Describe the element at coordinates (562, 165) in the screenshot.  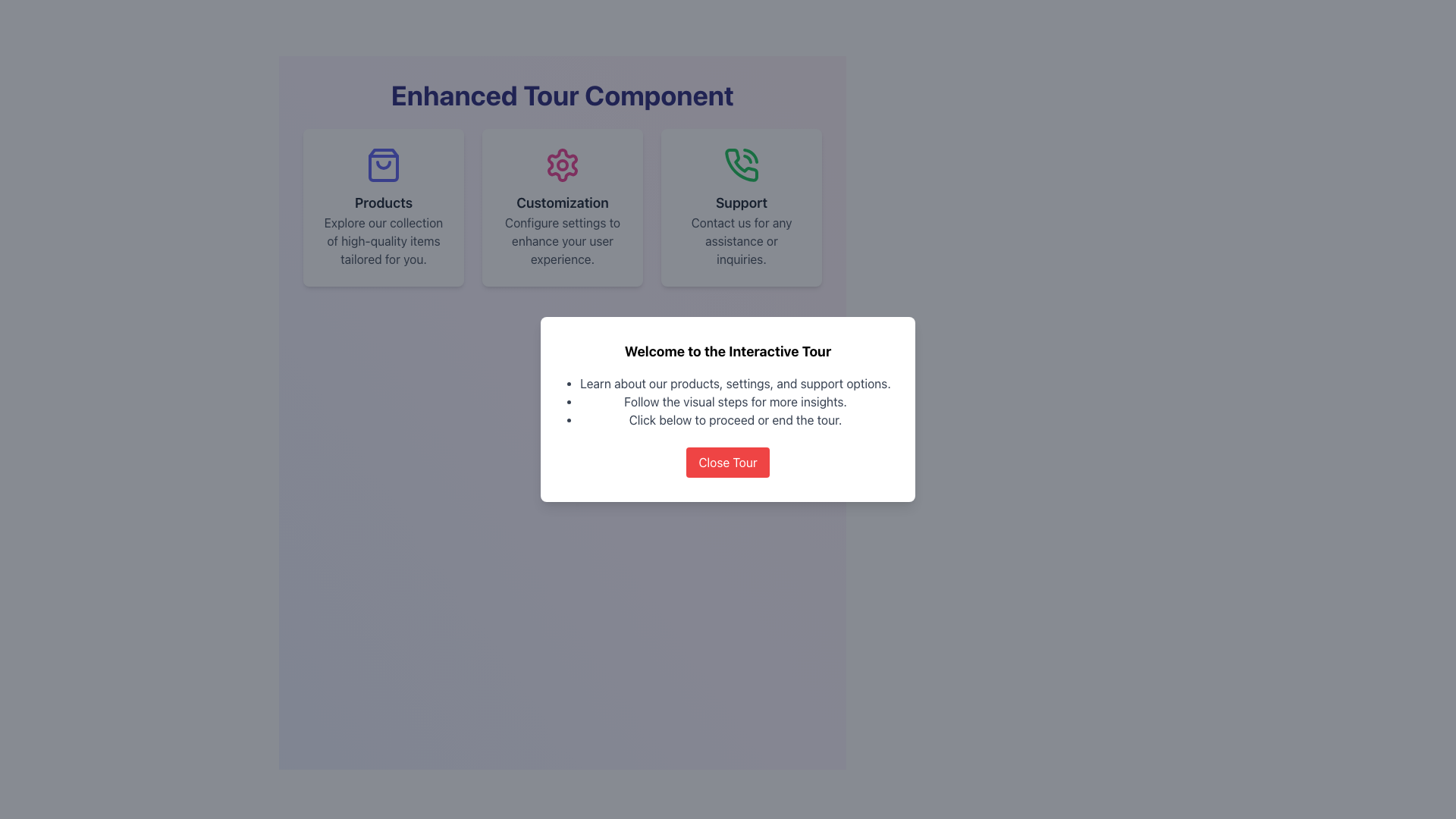
I see `the decorative graphical component within the gear-like customization SVG icon, which is centrally positioned in the top section of the interface` at that location.